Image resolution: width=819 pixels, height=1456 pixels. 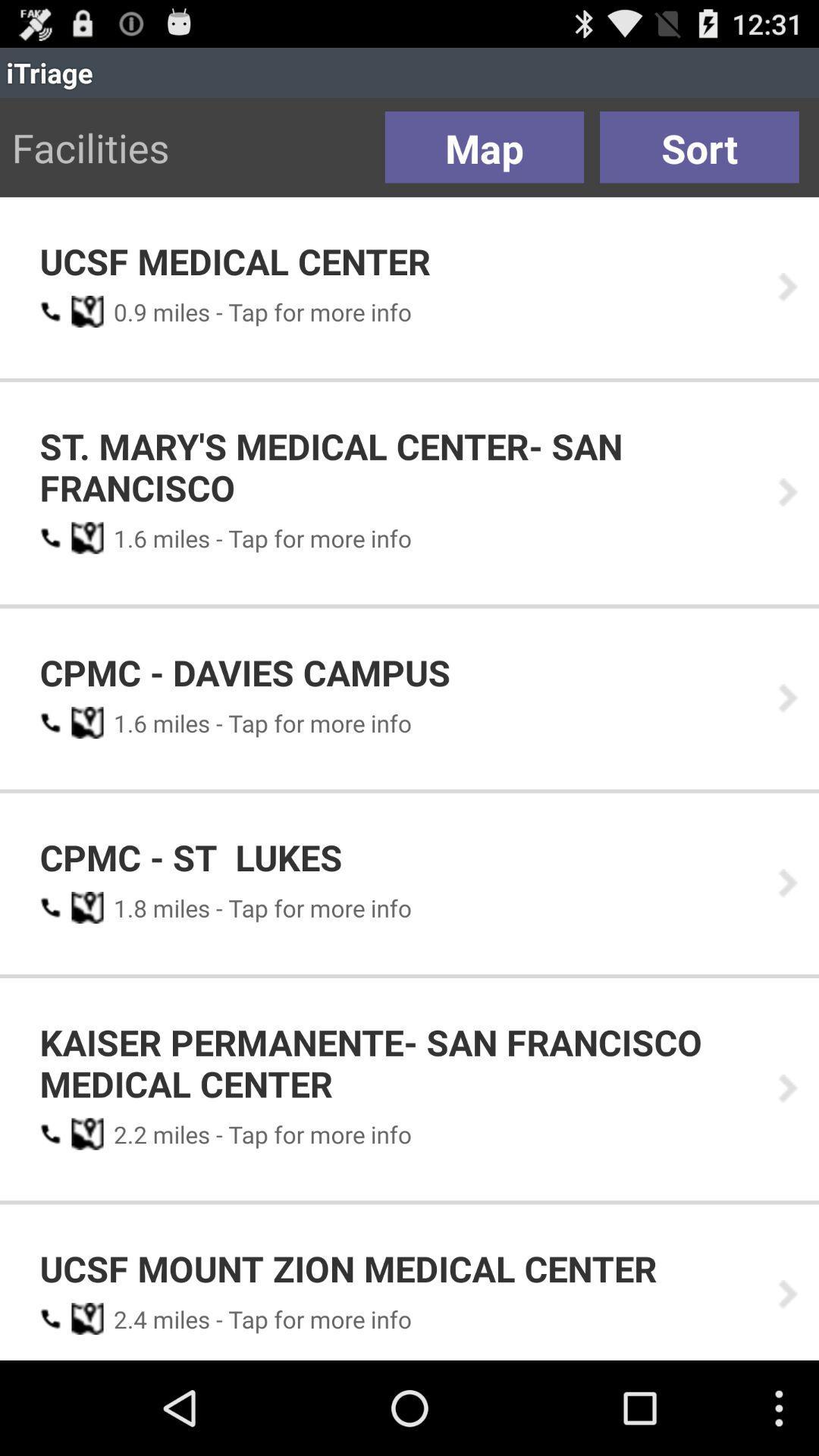 I want to click on item below itriage, so click(x=699, y=147).